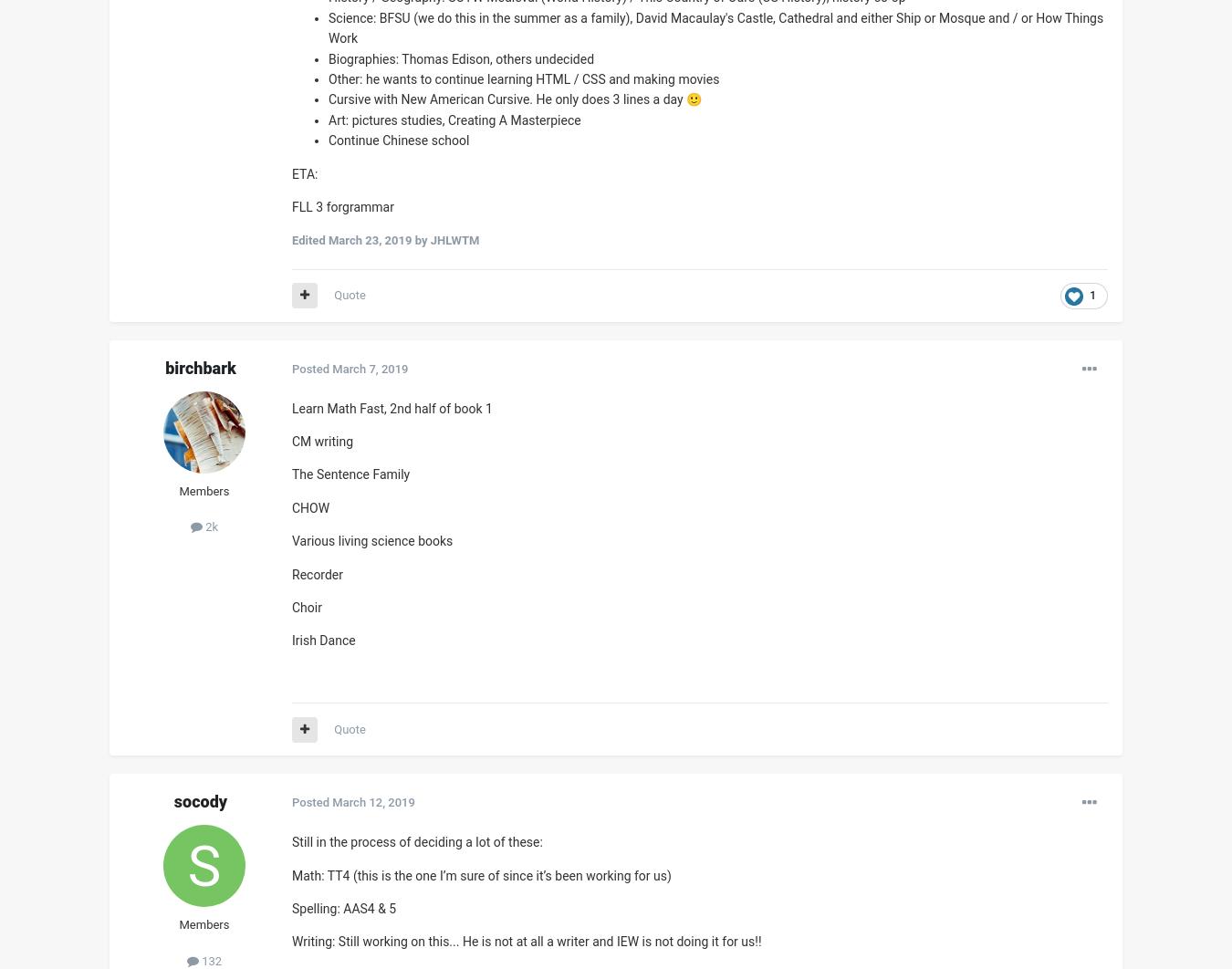 The width and height of the screenshot is (1232, 969). I want to click on 'March 12, 2019', so click(373, 801).